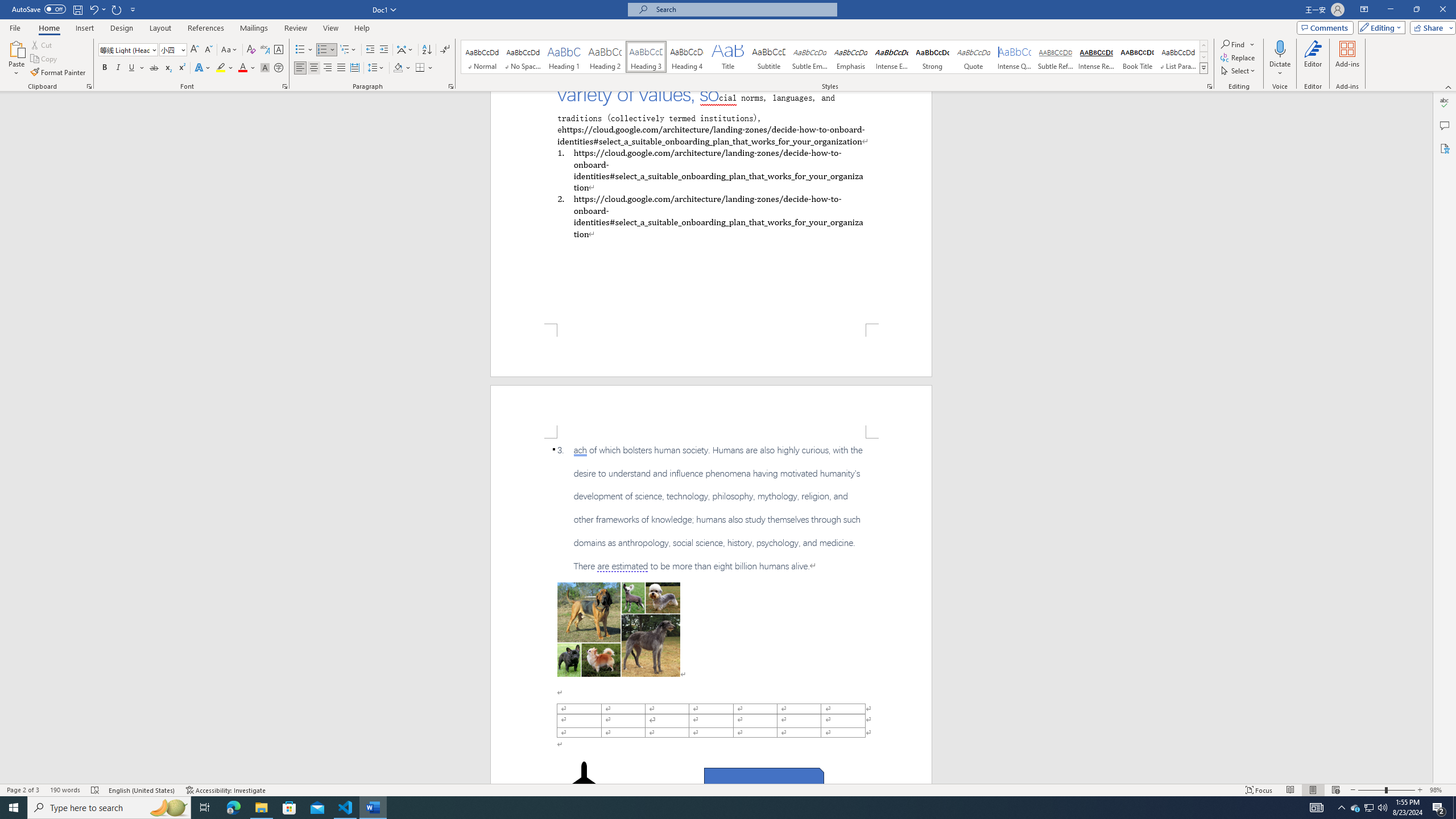 Image resolution: width=1456 pixels, height=819 pixels. I want to click on 'Subtle Emphasis', so click(809, 56).